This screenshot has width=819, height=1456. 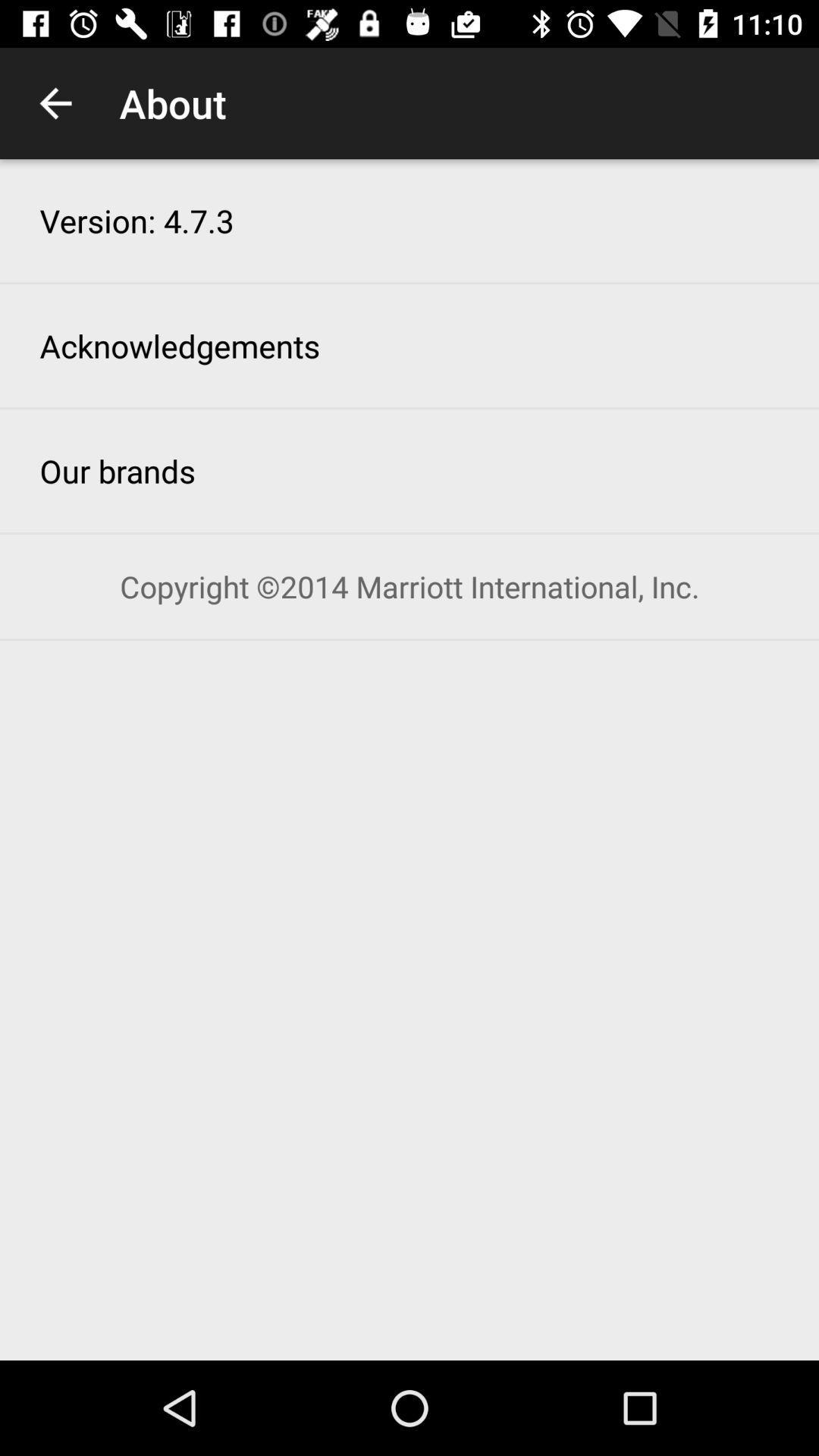 What do you see at coordinates (409, 585) in the screenshot?
I see `the copyright 2014 marriott item` at bounding box center [409, 585].